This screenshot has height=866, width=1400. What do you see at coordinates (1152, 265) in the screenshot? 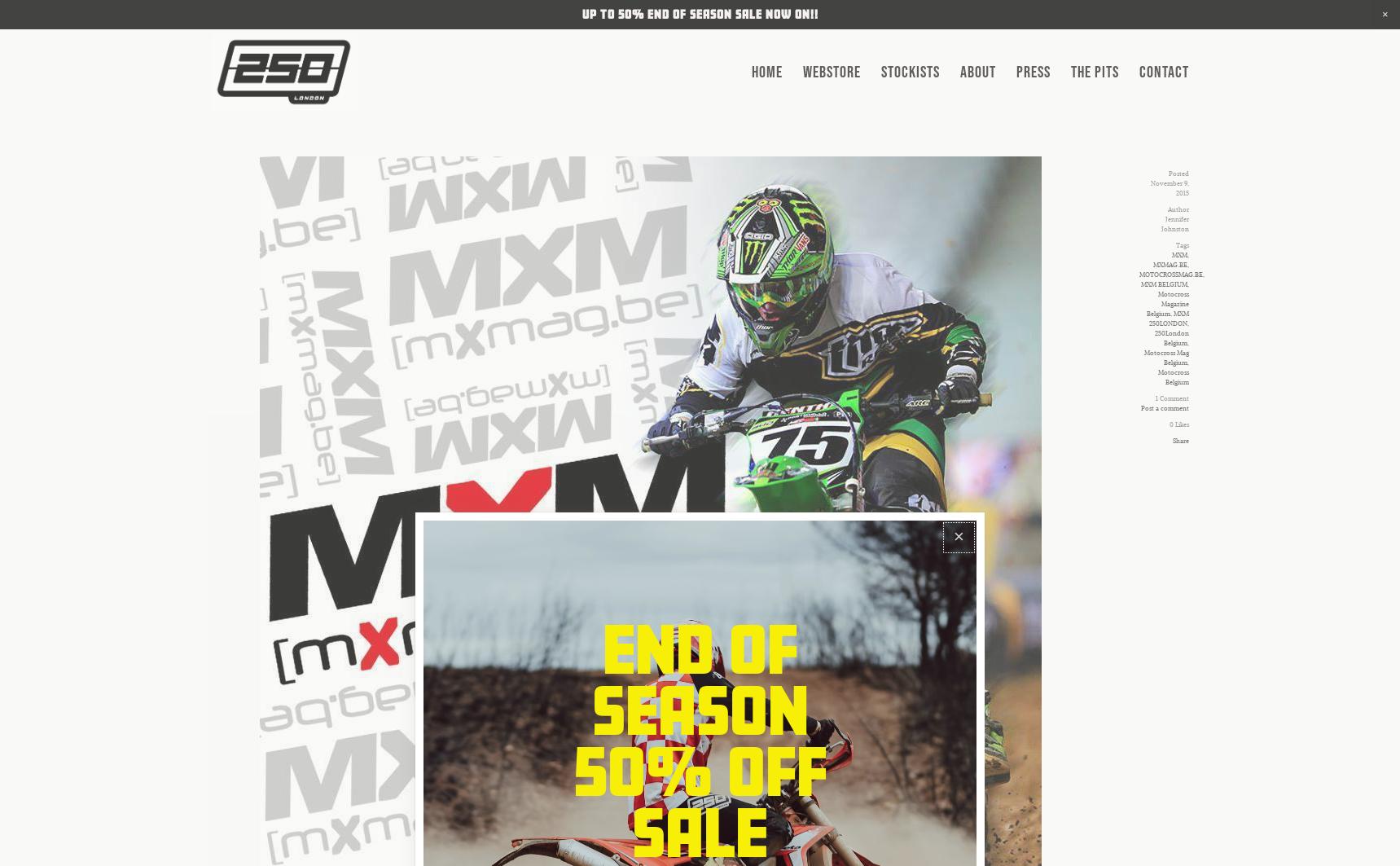
I see `'MXMAG.BE,'` at bounding box center [1152, 265].